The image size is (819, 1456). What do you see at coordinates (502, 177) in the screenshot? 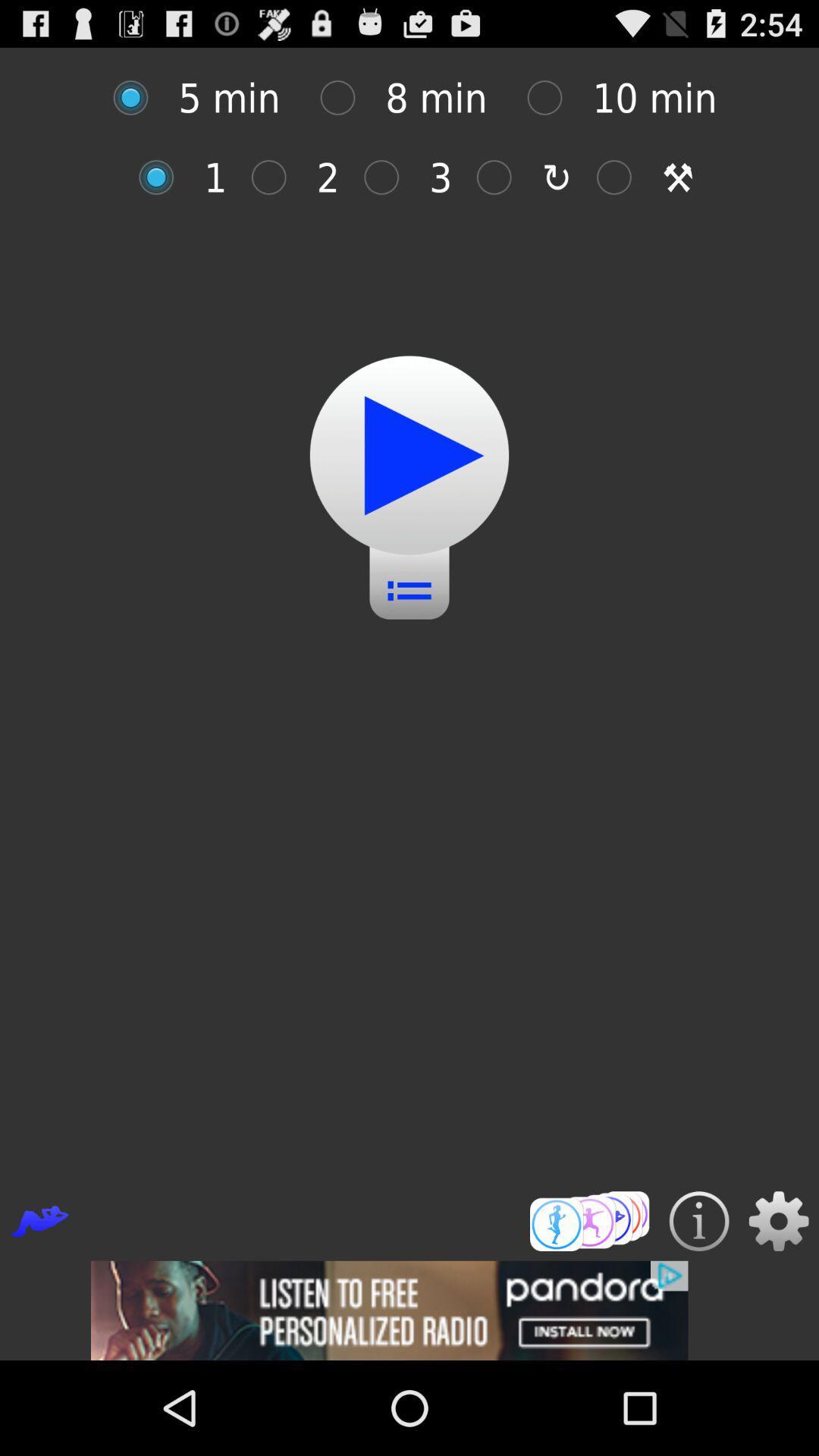
I see `option` at bounding box center [502, 177].